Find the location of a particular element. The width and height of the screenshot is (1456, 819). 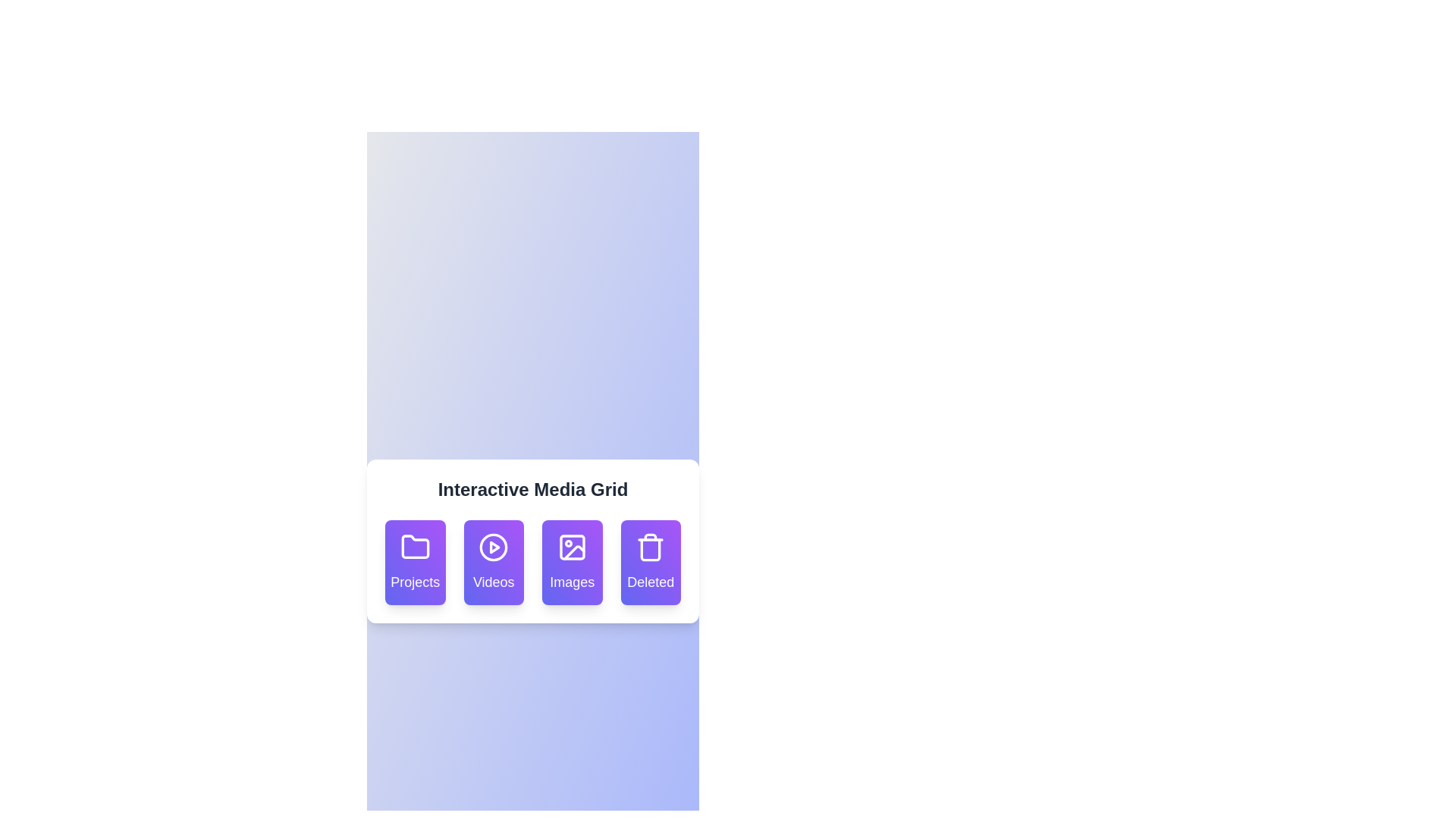

the circular graphical element indicating the 'Videos' functionality, located in the second card from the left in a horizontal grid of four cards is located at coordinates (494, 547).